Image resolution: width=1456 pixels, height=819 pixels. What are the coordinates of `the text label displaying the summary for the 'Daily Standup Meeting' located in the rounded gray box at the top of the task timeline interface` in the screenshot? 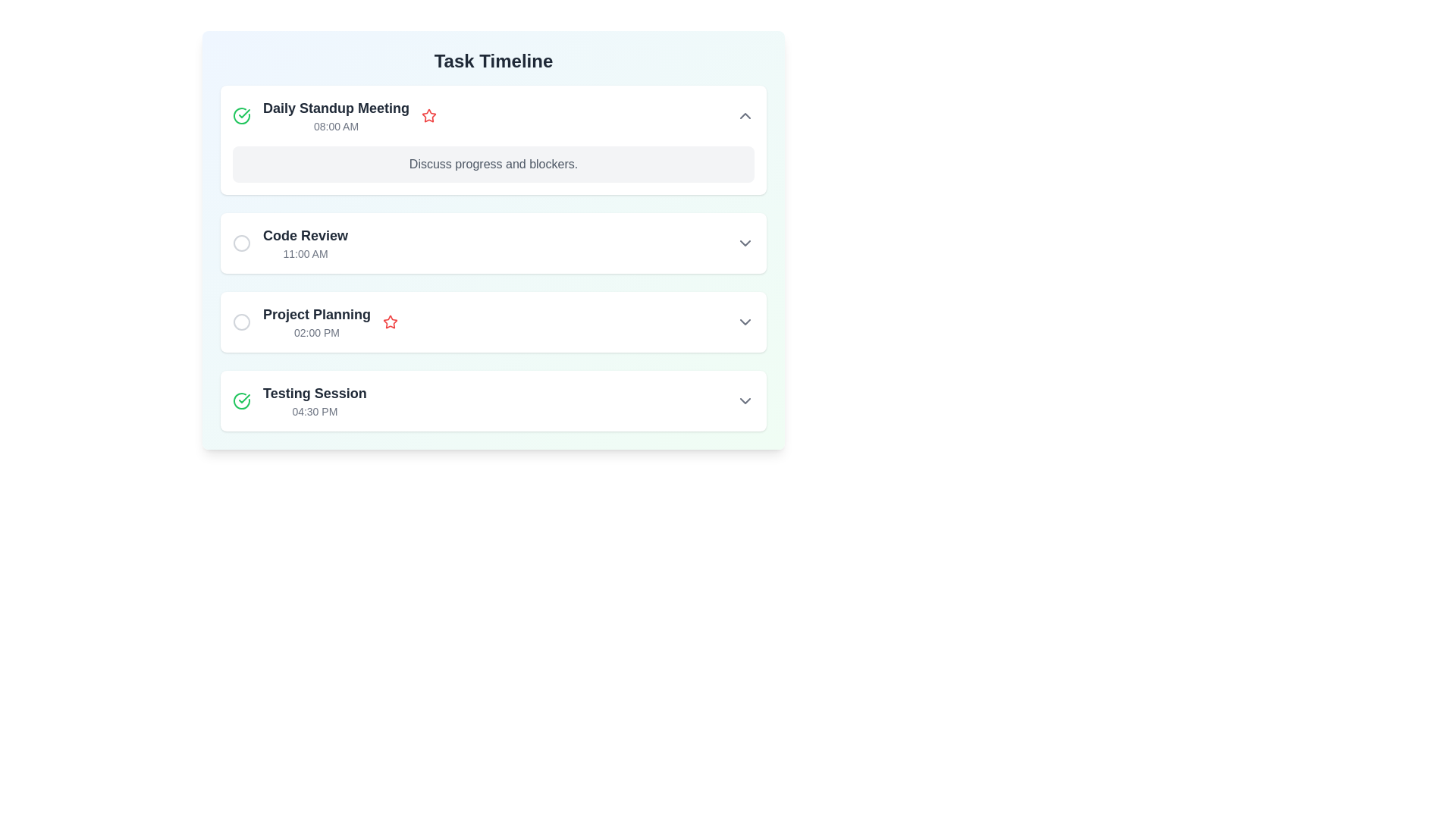 It's located at (494, 164).